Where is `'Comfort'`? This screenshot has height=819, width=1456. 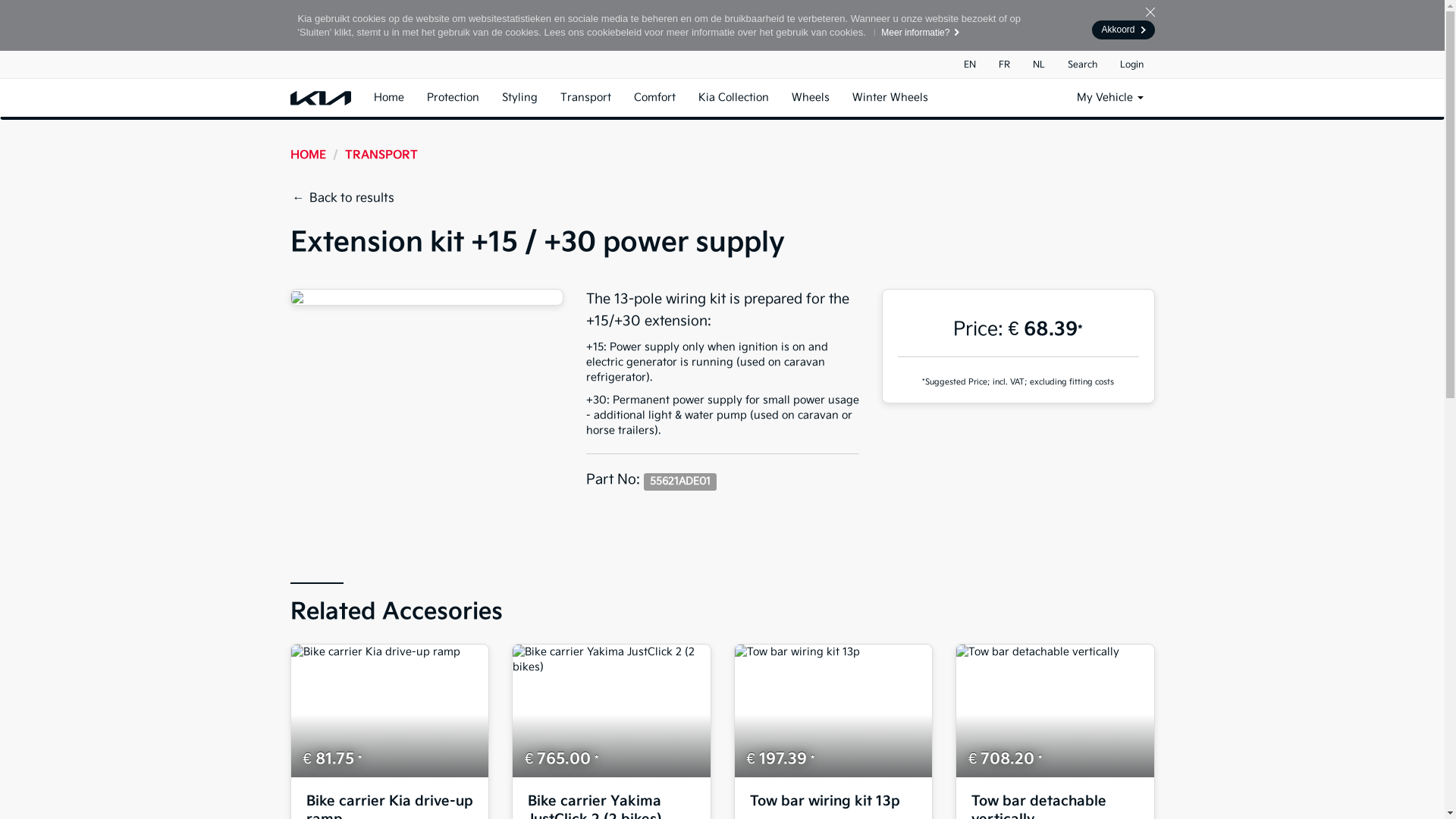
'Comfort' is located at coordinates (654, 97).